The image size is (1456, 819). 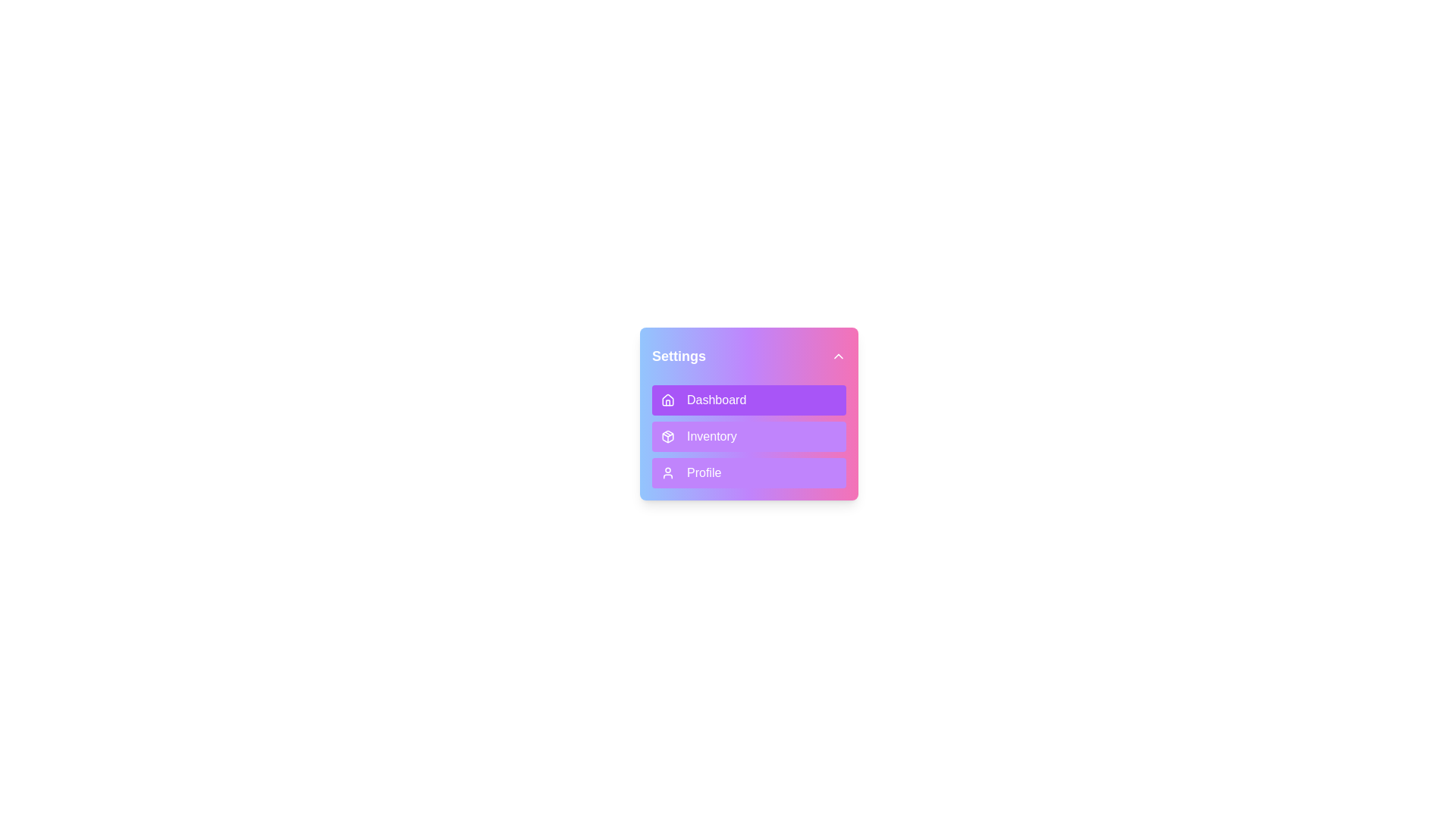 I want to click on the menu item Inventory, so click(x=749, y=436).